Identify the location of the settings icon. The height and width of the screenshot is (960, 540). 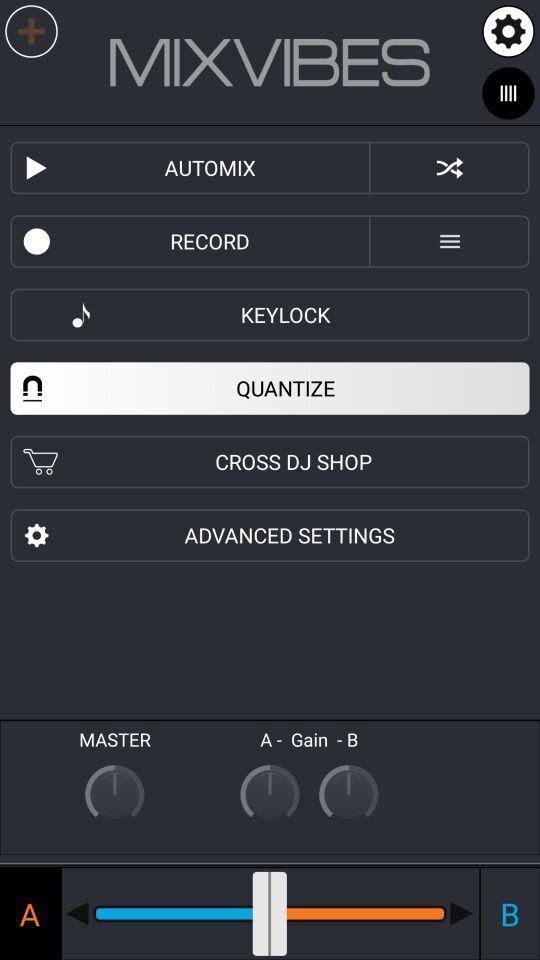
(508, 30).